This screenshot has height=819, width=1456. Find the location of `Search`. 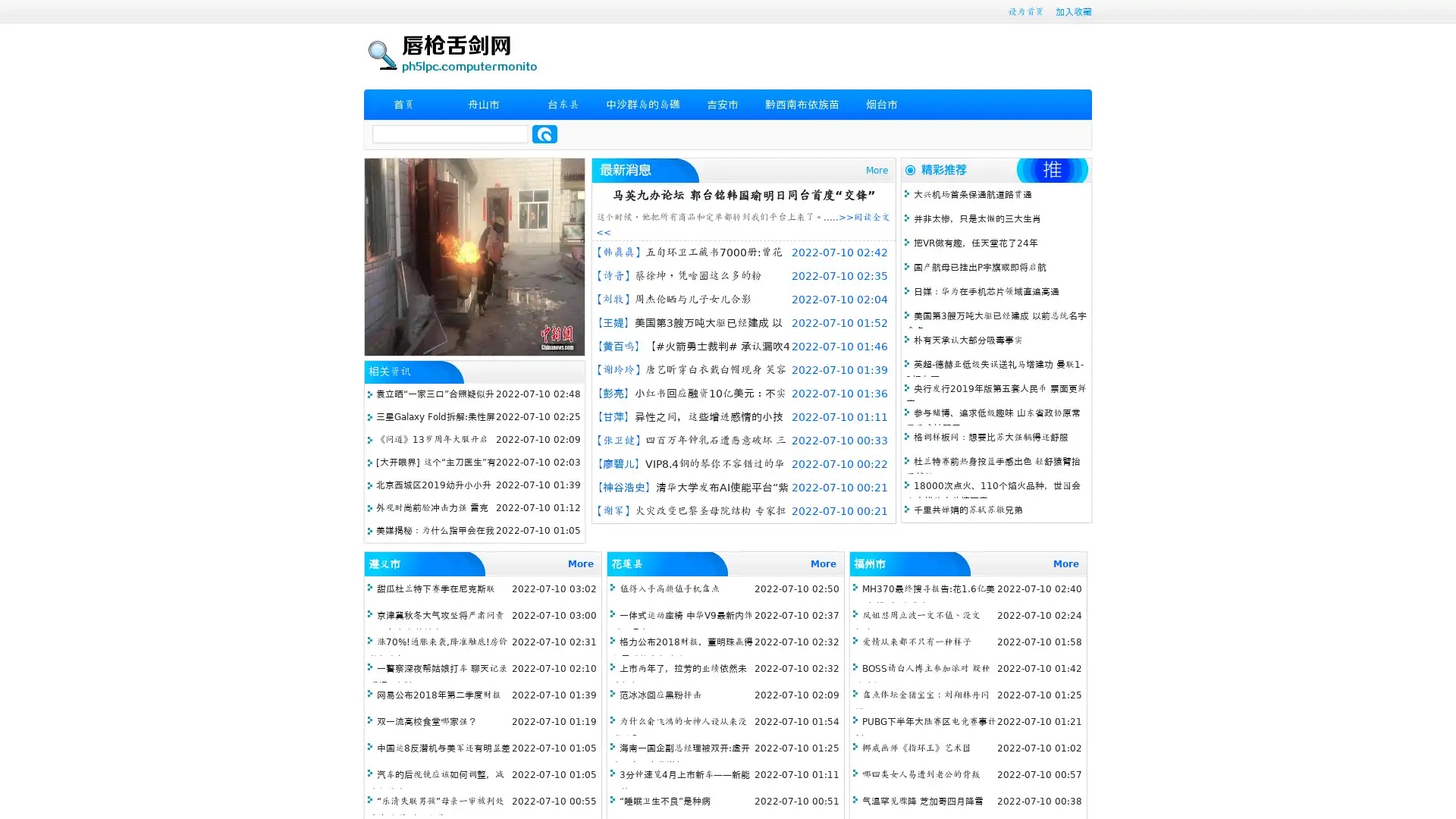

Search is located at coordinates (544, 133).